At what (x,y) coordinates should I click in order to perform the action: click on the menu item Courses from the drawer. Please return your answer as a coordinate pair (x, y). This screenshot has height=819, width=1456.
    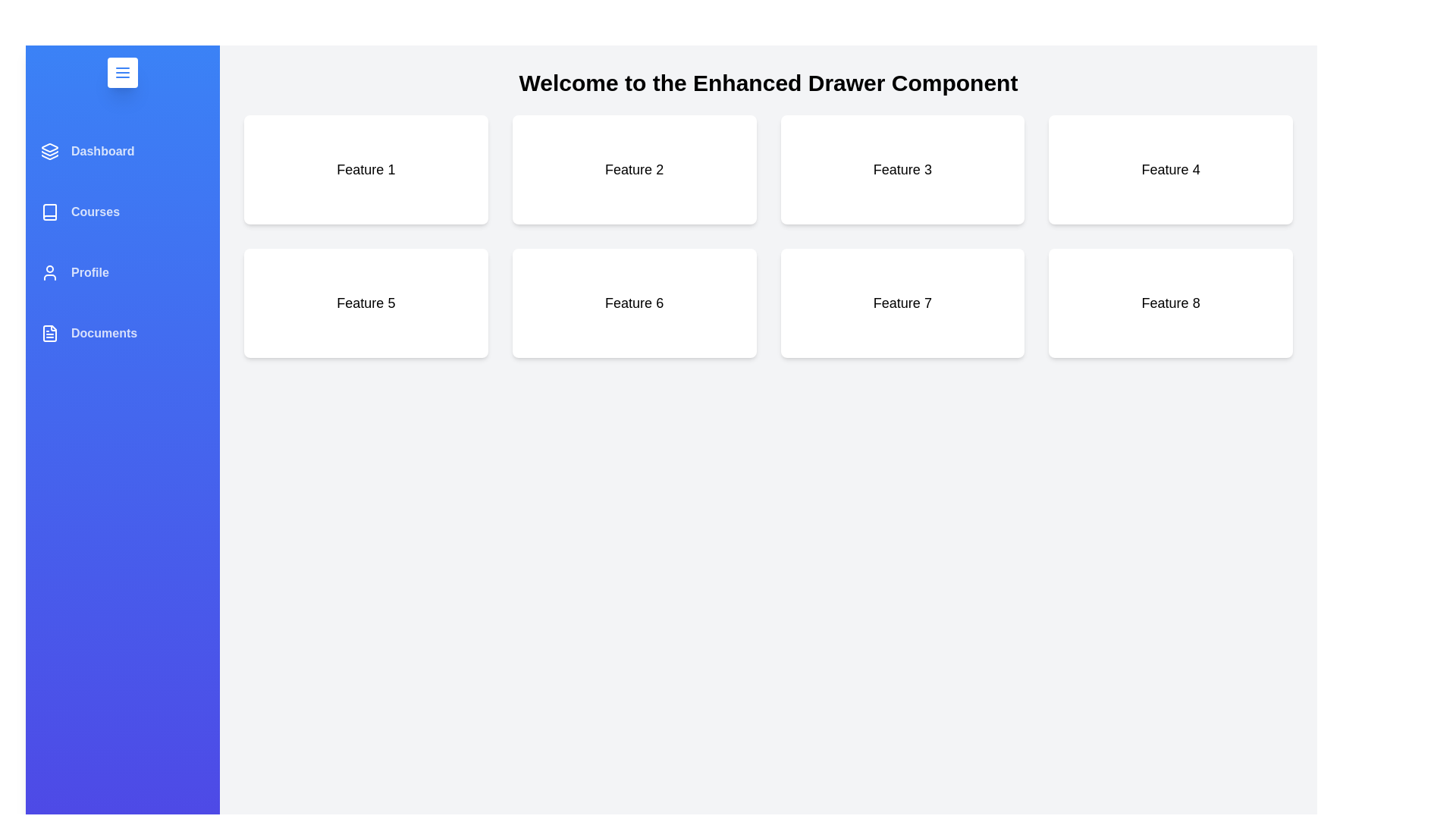
    Looking at the image, I should click on (123, 212).